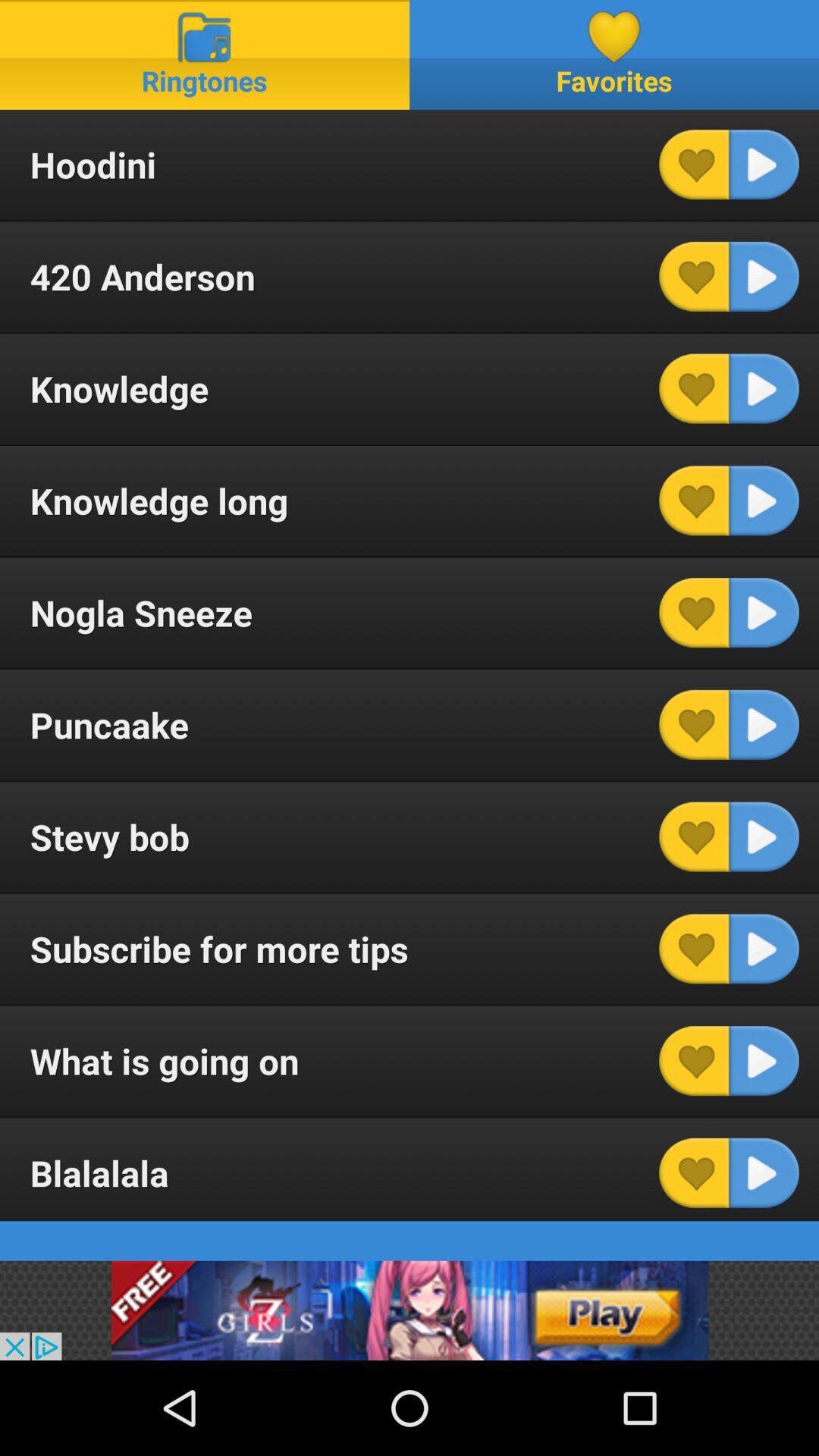 The width and height of the screenshot is (819, 1456). What do you see at coordinates (764, 388) in the screenshot?
I see `play` at bounding box center [764, 388].